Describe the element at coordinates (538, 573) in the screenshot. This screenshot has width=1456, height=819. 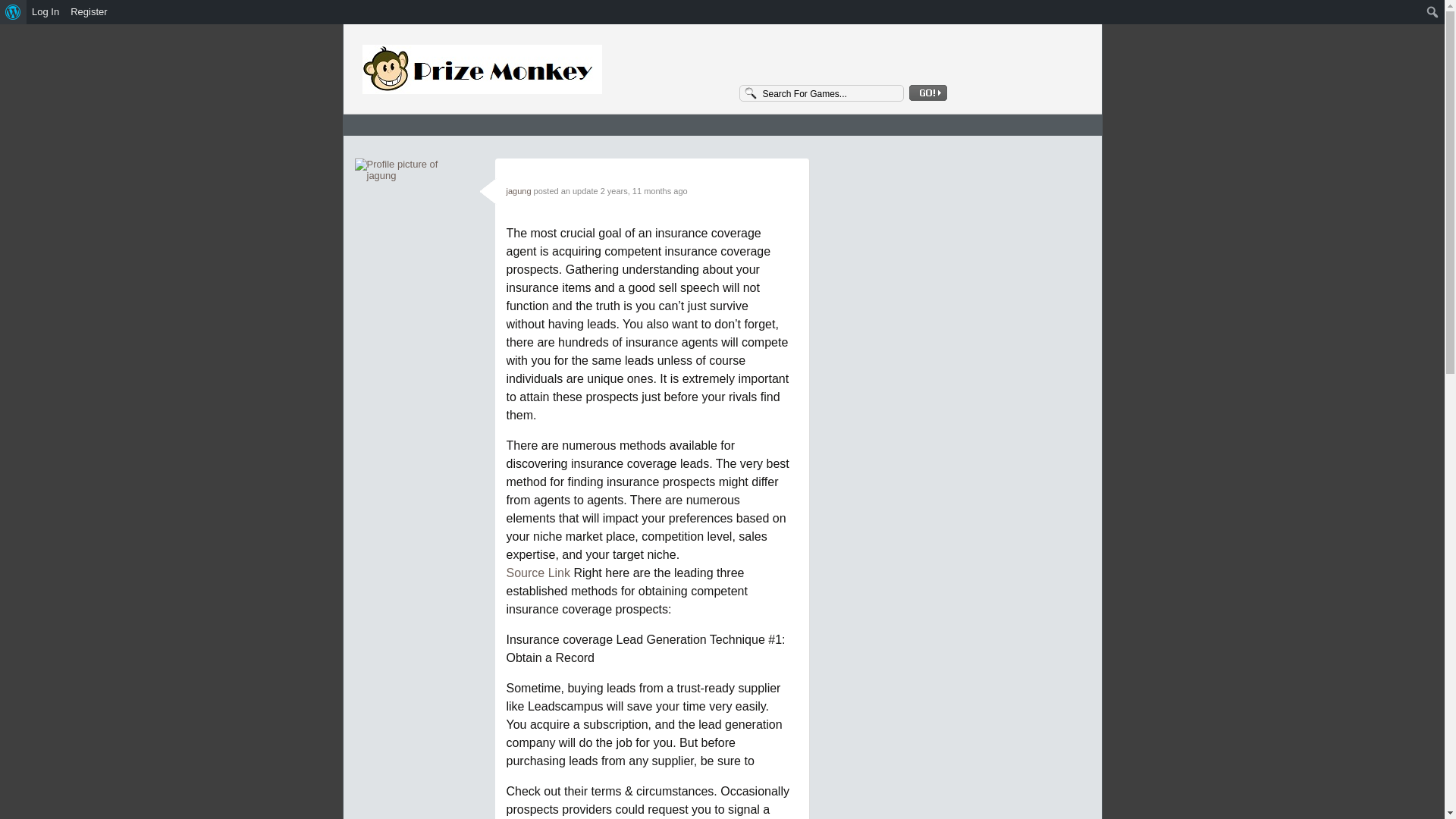
I see `'Source Link'` at that location.